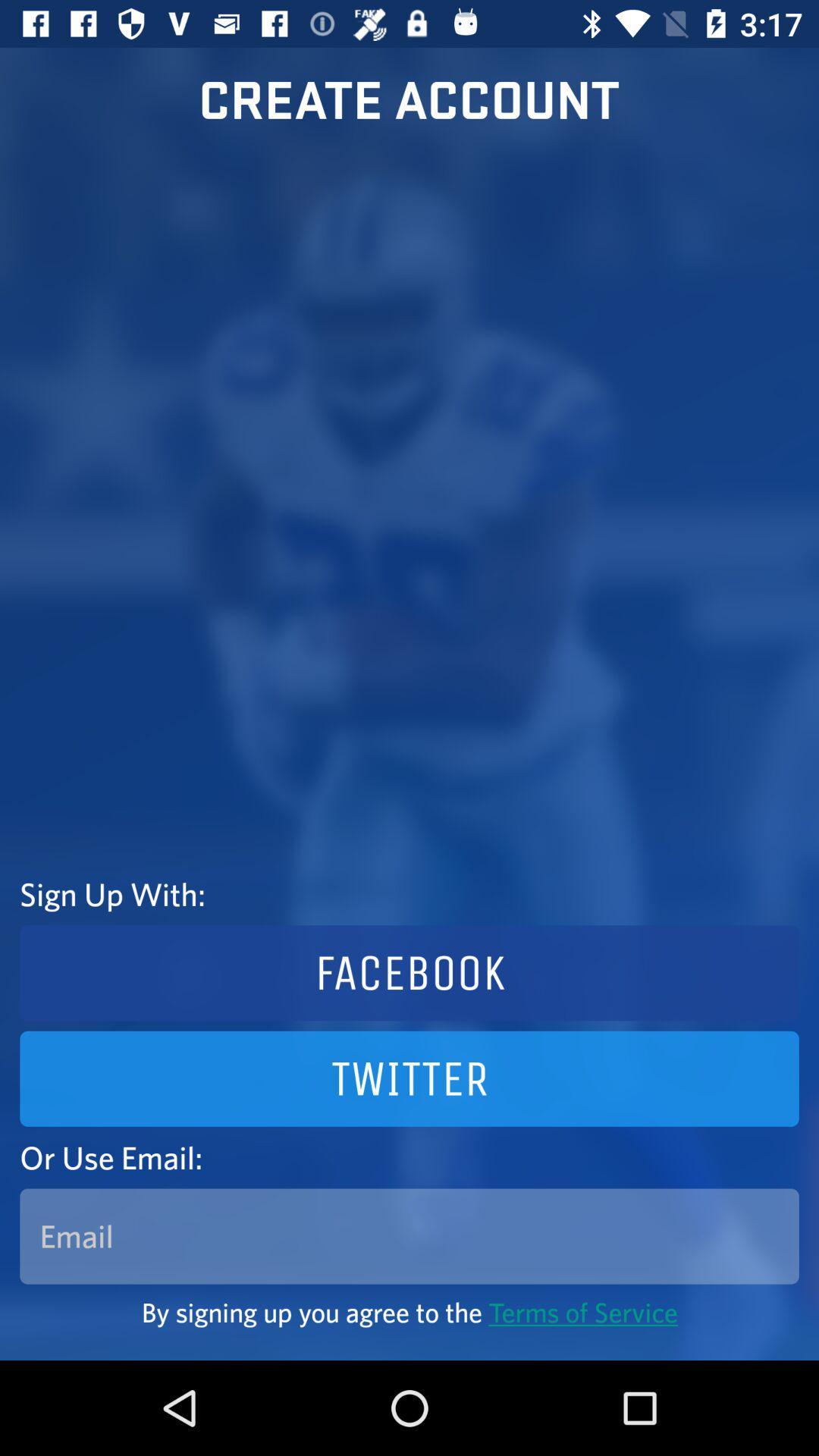  I want to click on the icon below the facebook, so click(409, 1078).